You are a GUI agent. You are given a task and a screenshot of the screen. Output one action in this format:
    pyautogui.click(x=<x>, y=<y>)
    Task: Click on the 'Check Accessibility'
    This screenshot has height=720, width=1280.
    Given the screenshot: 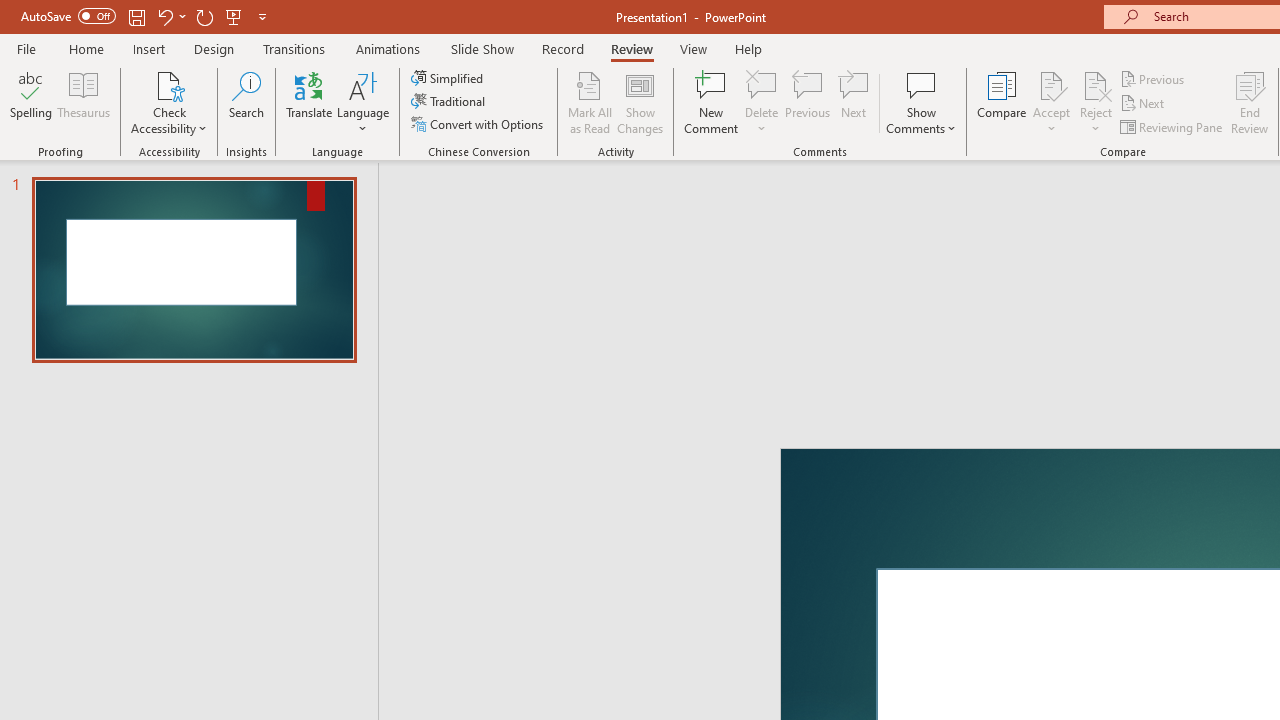 What is the action you would take?
    pyautogui.click(x=169, y=103)
    